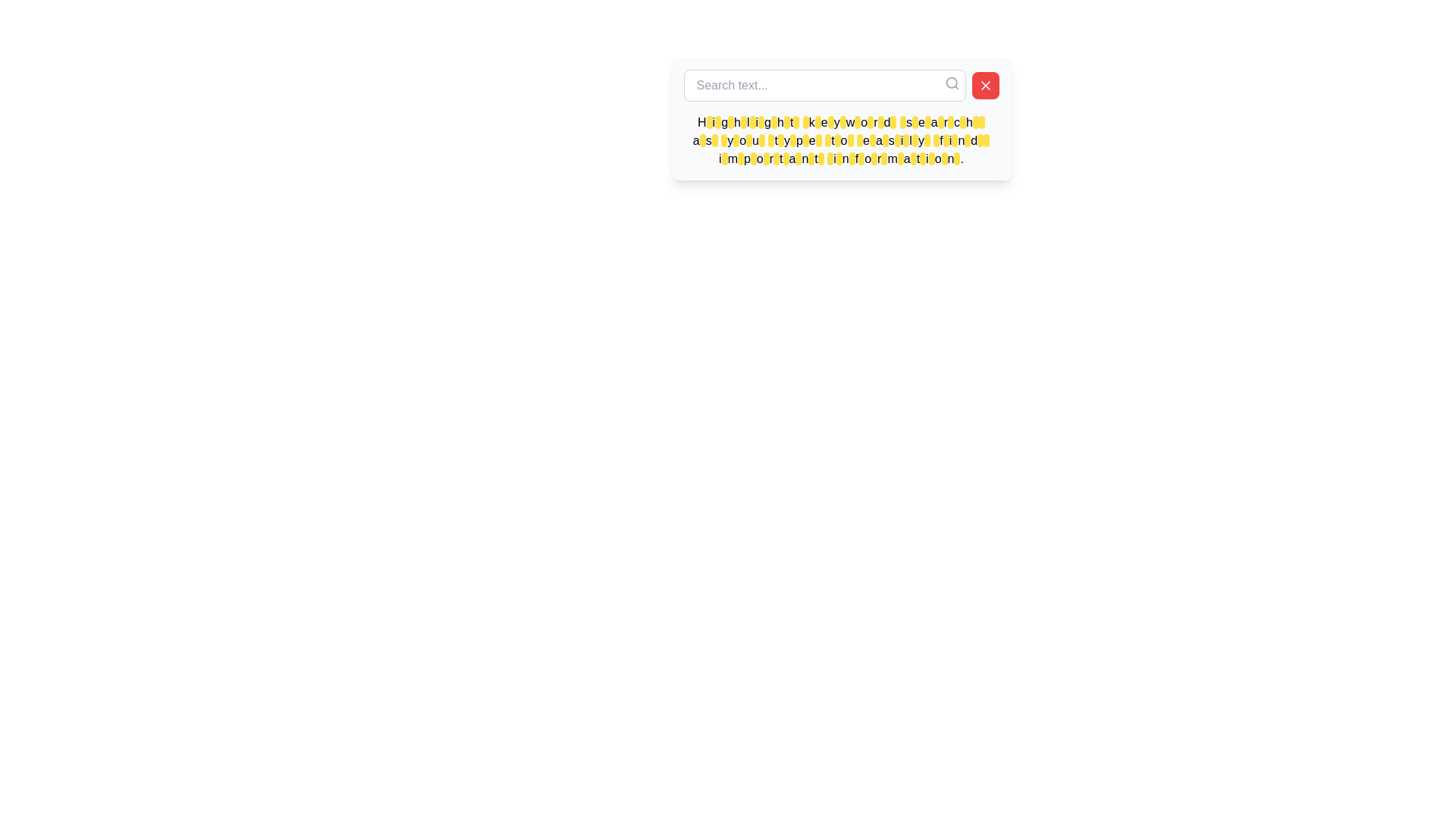 This screenshot has width=1456, height=819. What do you see at coordinates (871, 121) in the screenshot?
I see `the highlight element, which is a small rectangular shape with a rounded corner design, featuring a yellow background and black borderless text, located in the 15th position of a line of highlighted keywords` at bounding box center [871, 121].